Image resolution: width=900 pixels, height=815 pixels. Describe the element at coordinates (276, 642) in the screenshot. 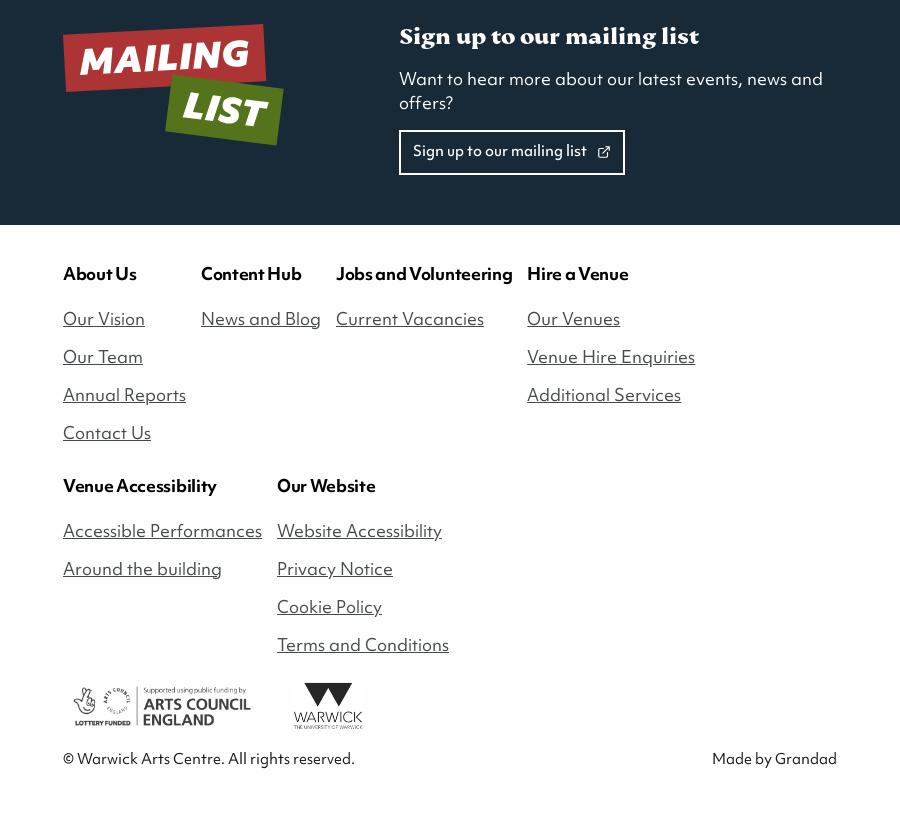

I see `'Terms and Conditions'` at that location.